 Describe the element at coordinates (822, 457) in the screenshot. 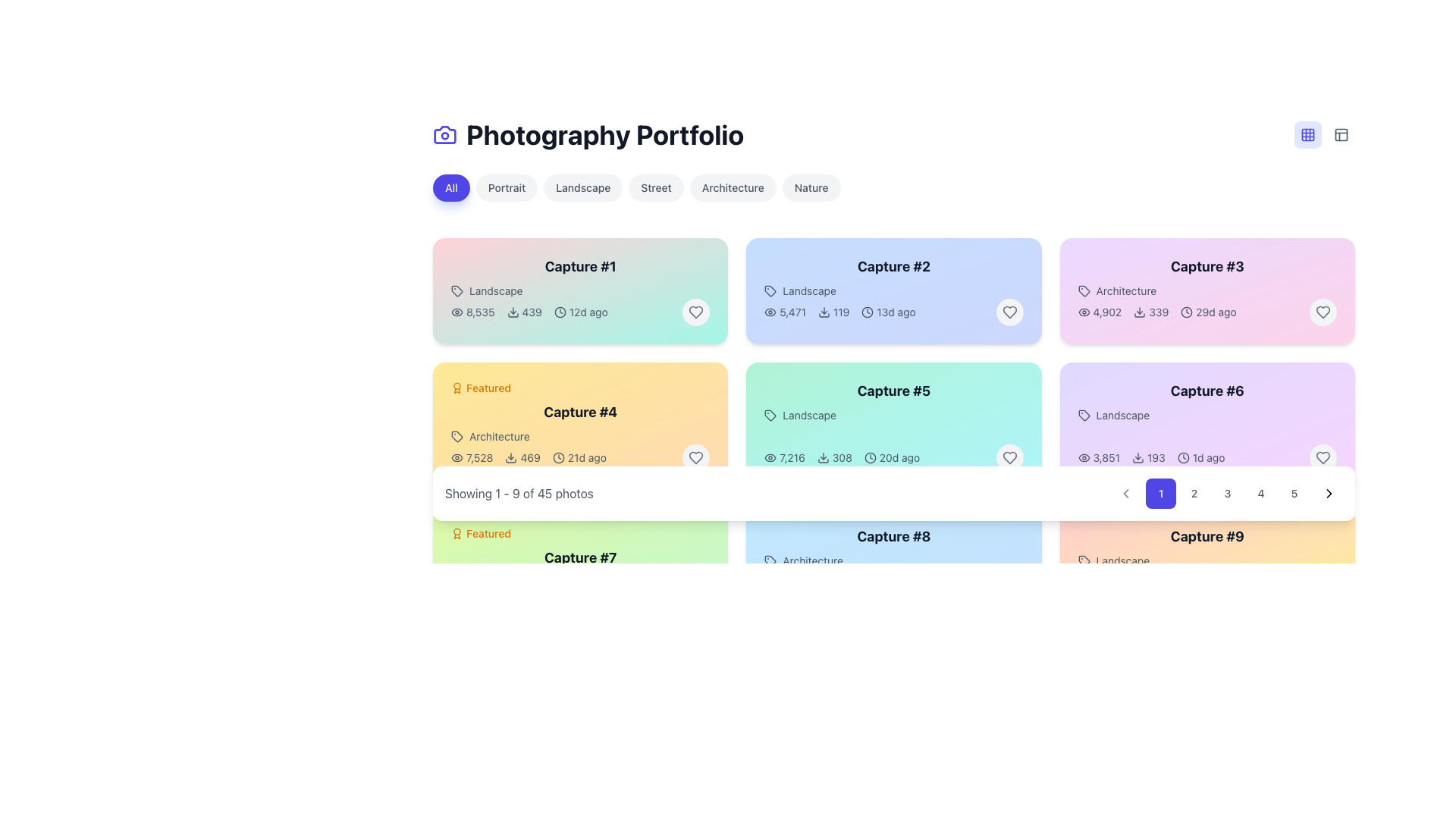

I see `the download action icon, which is a small SVG icon resembling a down-pointing arrow intersecting with a horizontal line, located within the card labeled 'Capture #5' in the third column of the top row` at that location.